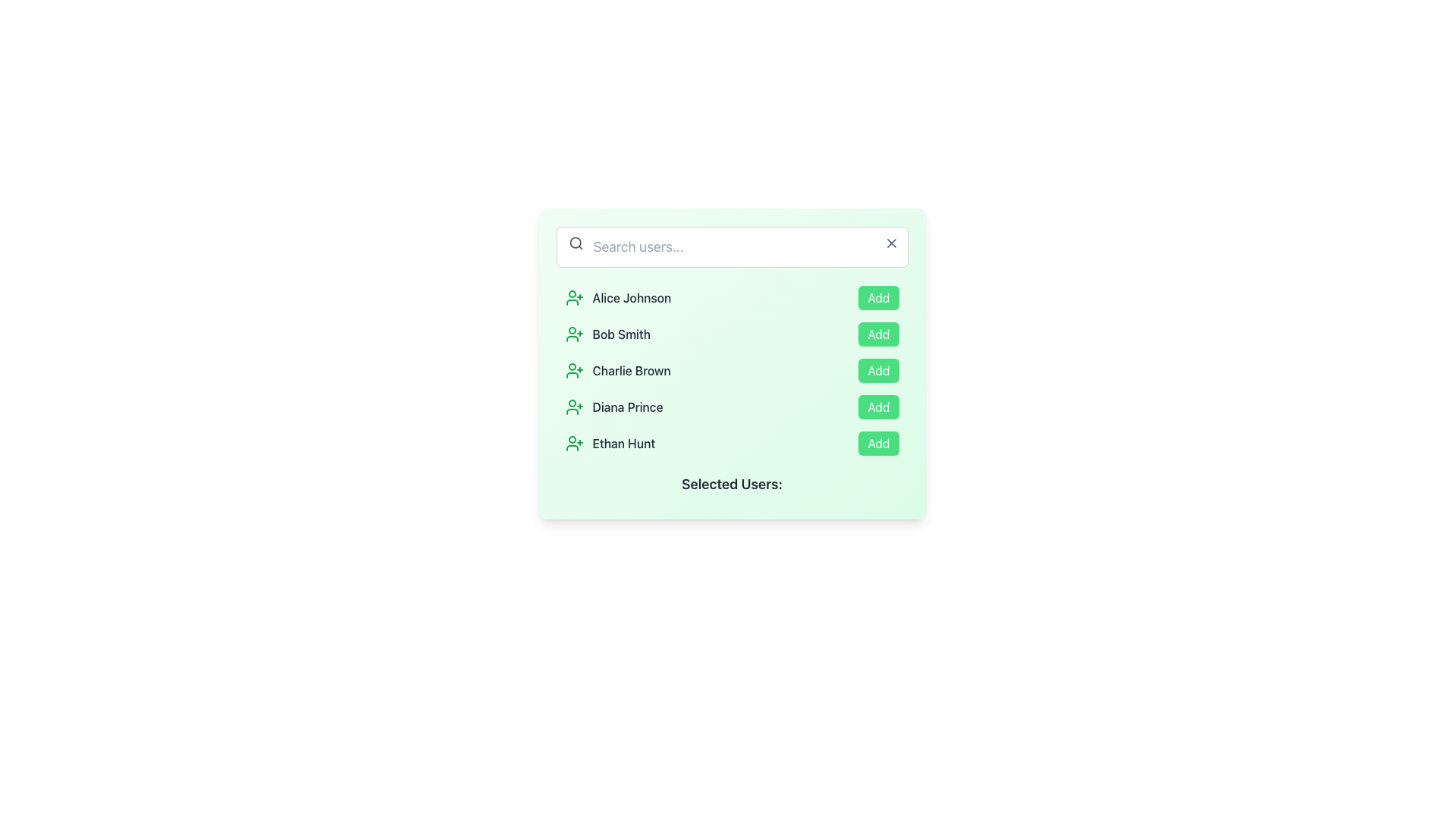 The height and width of the screenshot is (819, 1456). What do you see at coordinates (732, 298) in the screenshot?
I see `the first row of the user list under the 'Search users...' header for keyboard-based interaction` at bounding box center [732, 298].